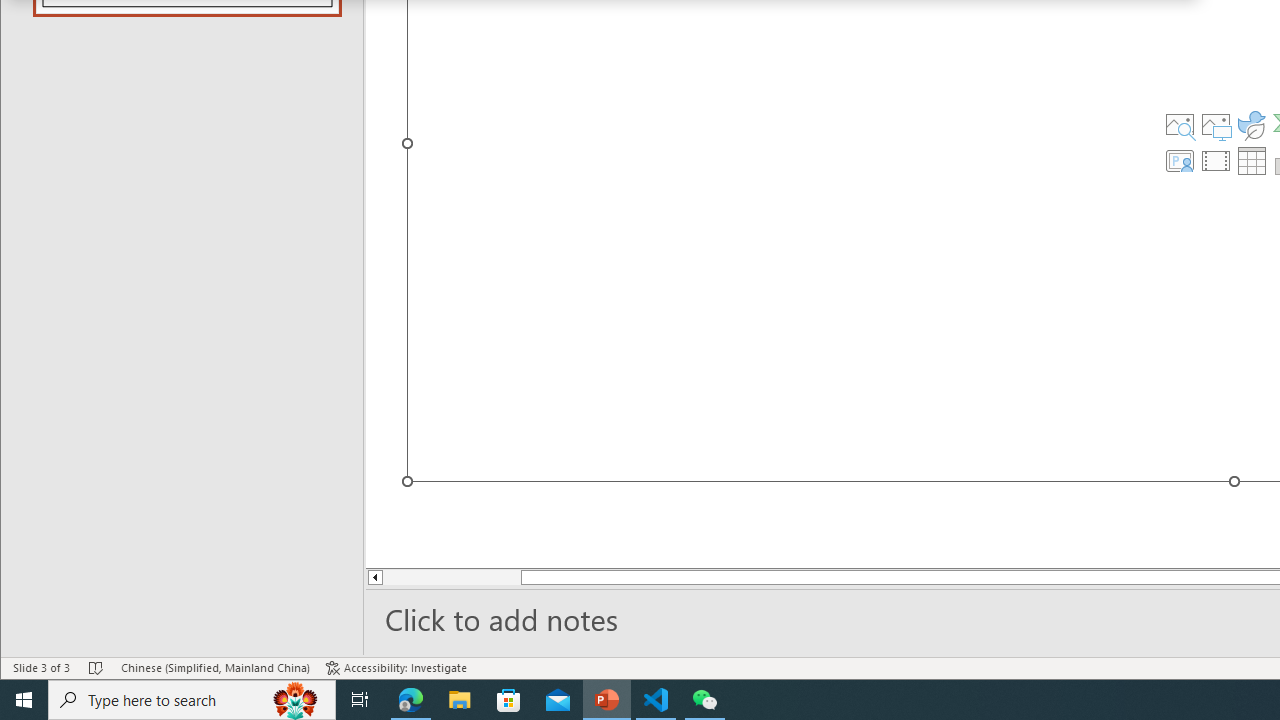 The width and height of the screenshot is (1280, 720). Describe the element at coordinates (1179, 124) in the screenshot. I see `'Stock Images'` at that location.